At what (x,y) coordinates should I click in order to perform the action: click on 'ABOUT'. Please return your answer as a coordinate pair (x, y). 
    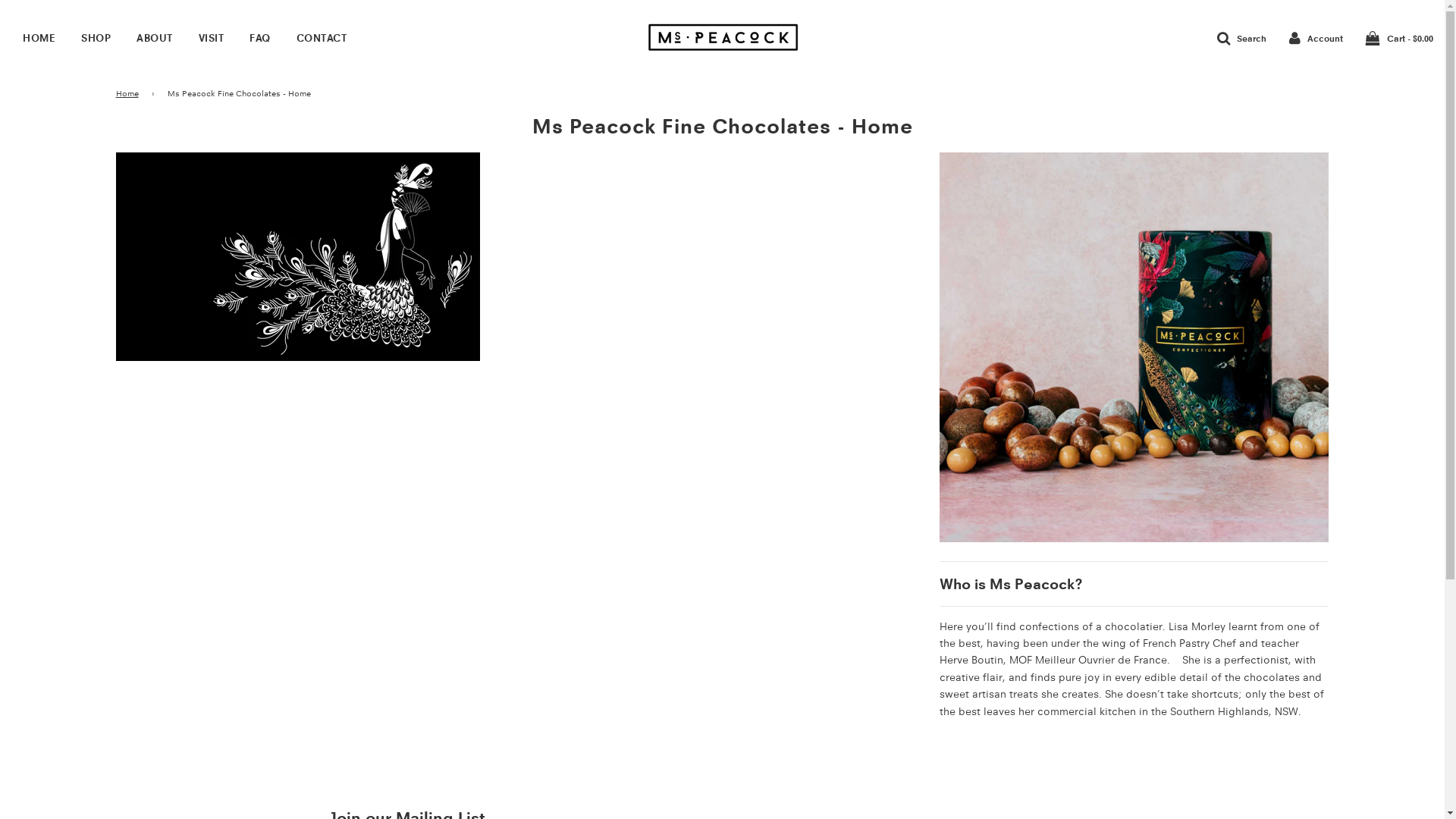
    Looking at the image, I should click on (154, 37).